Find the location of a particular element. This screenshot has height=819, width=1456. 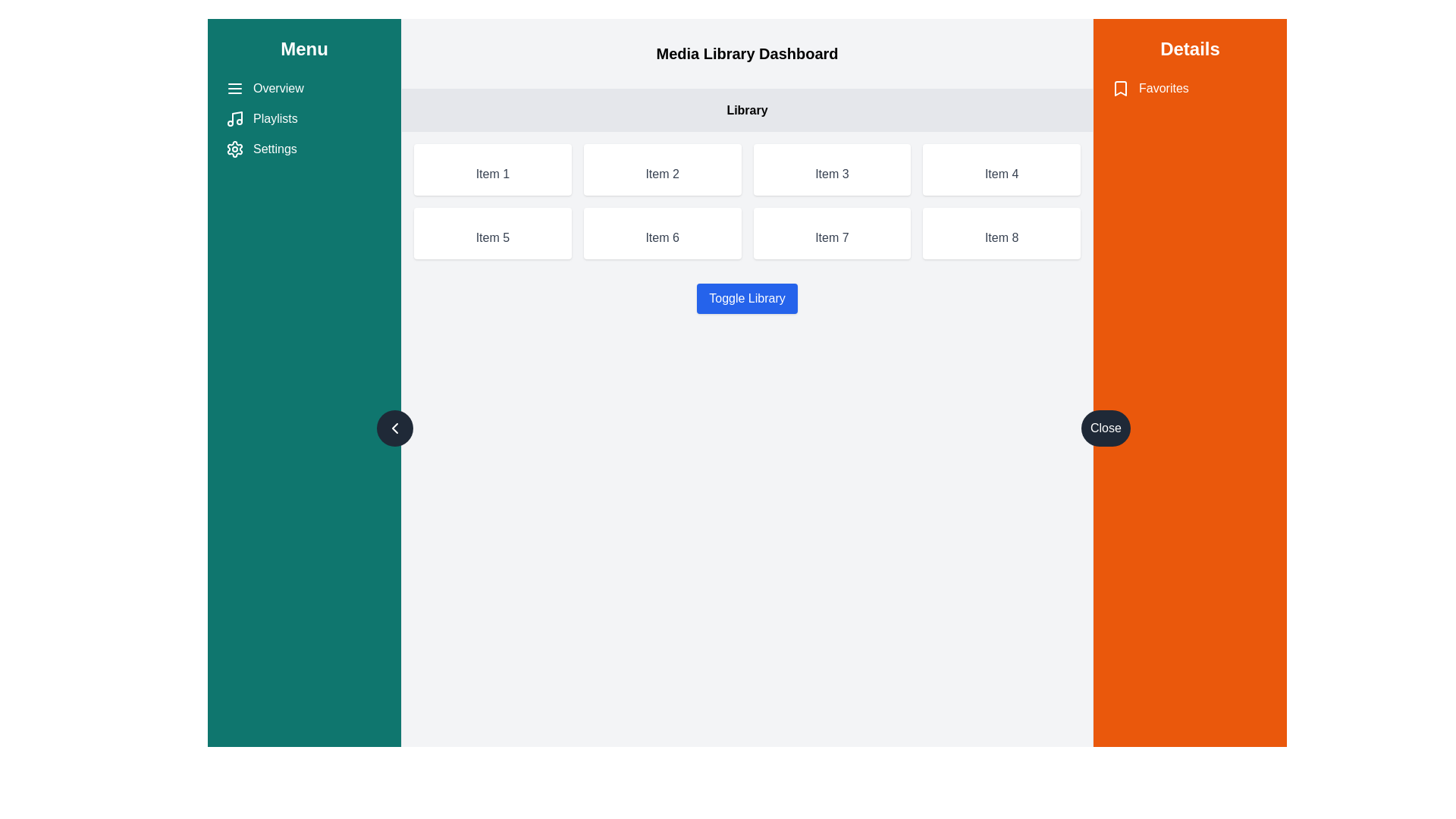

the centered, bold, large text header displaying 'Media Library Dashboard', which is positioned at the top-center of the main content area is located at coordinates (747, 52).